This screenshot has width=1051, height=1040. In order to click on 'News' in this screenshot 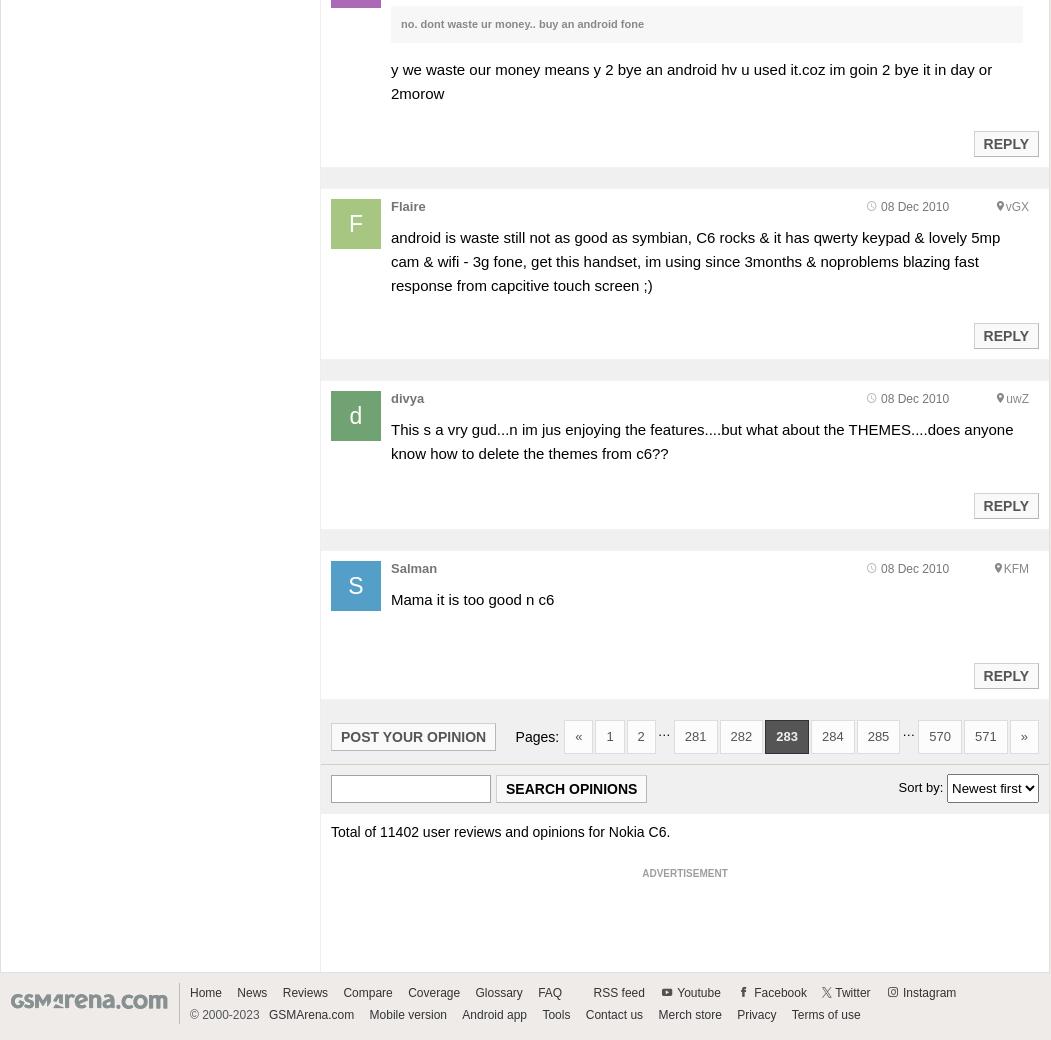, I will do `click(236, 992)`.